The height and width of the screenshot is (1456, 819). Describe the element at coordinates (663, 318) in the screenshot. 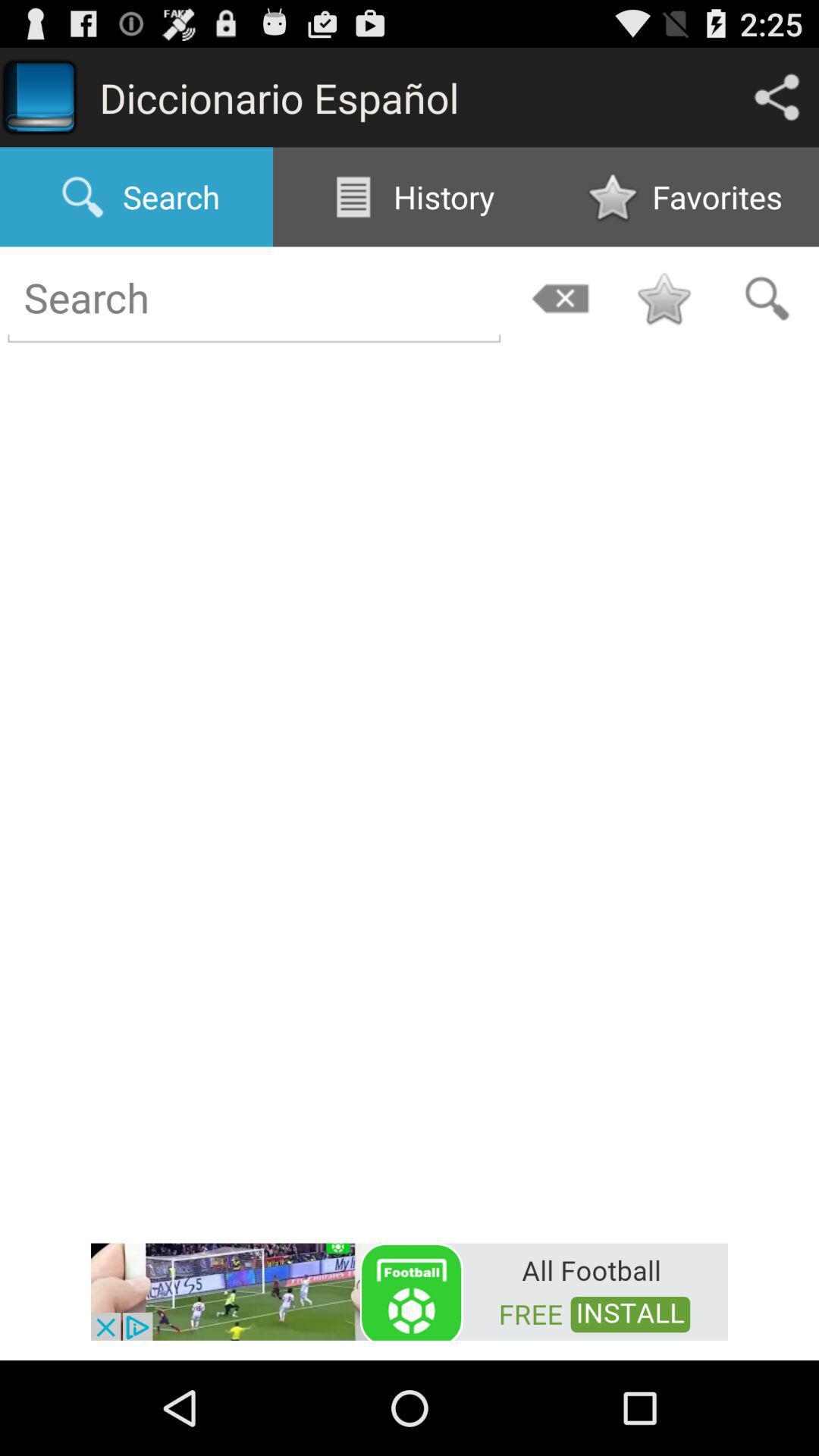

I see `the star icon` at that location.